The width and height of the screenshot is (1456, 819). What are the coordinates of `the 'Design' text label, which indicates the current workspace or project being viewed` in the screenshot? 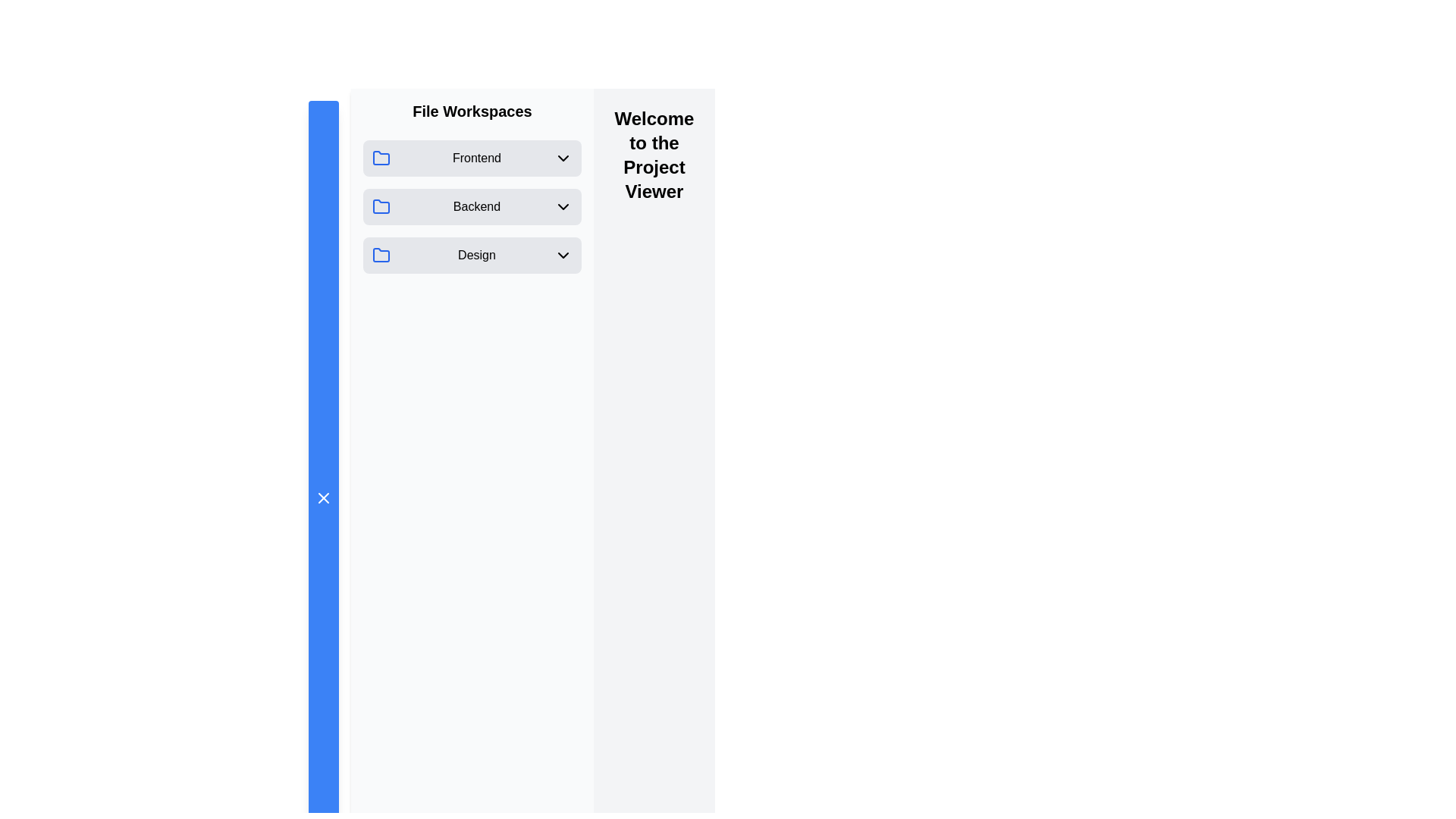 It's located at (475, 254).